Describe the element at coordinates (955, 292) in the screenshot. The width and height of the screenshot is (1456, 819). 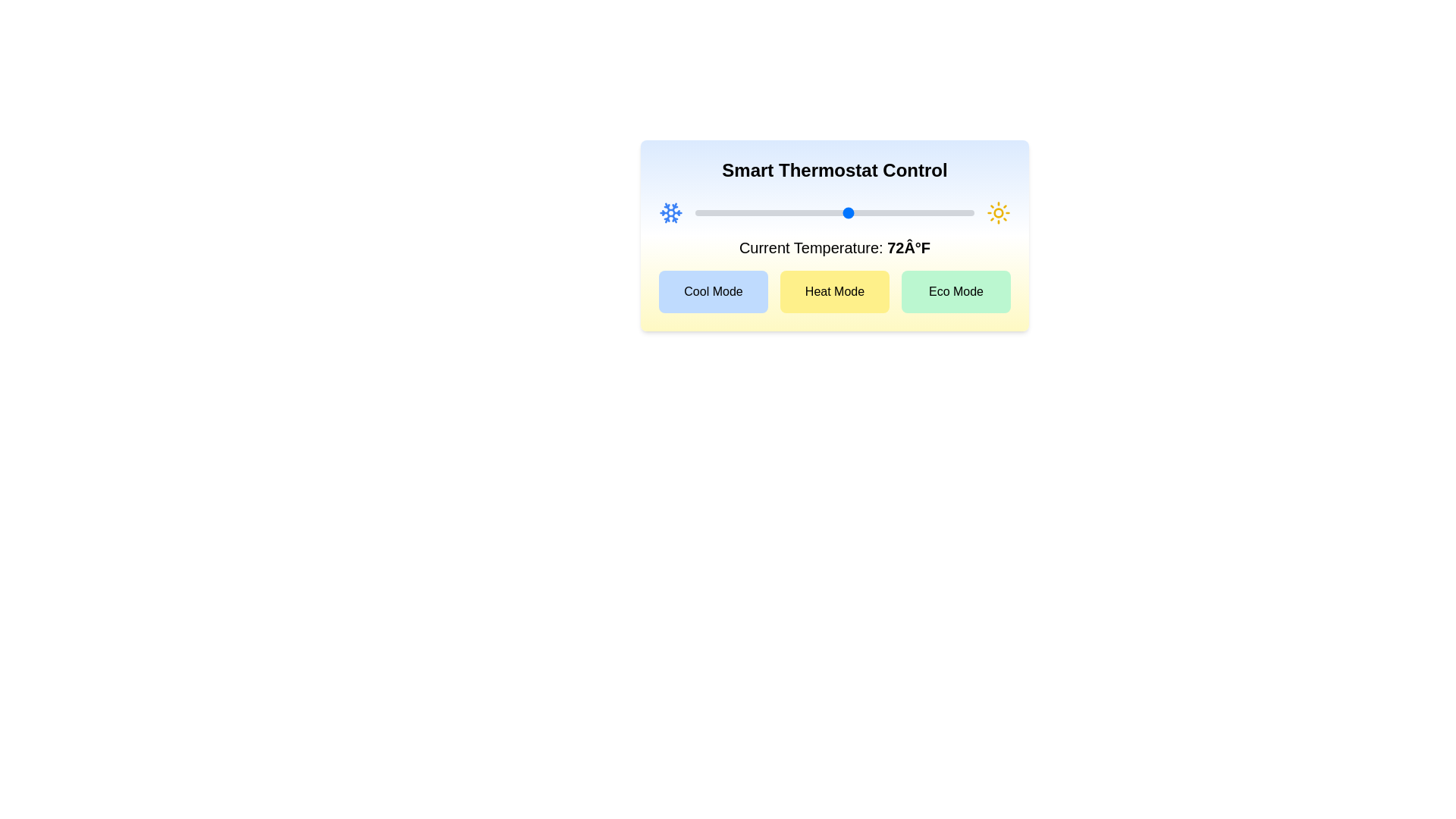
I see `the 'Eco Mode' button to activate the eco mode` at that location.